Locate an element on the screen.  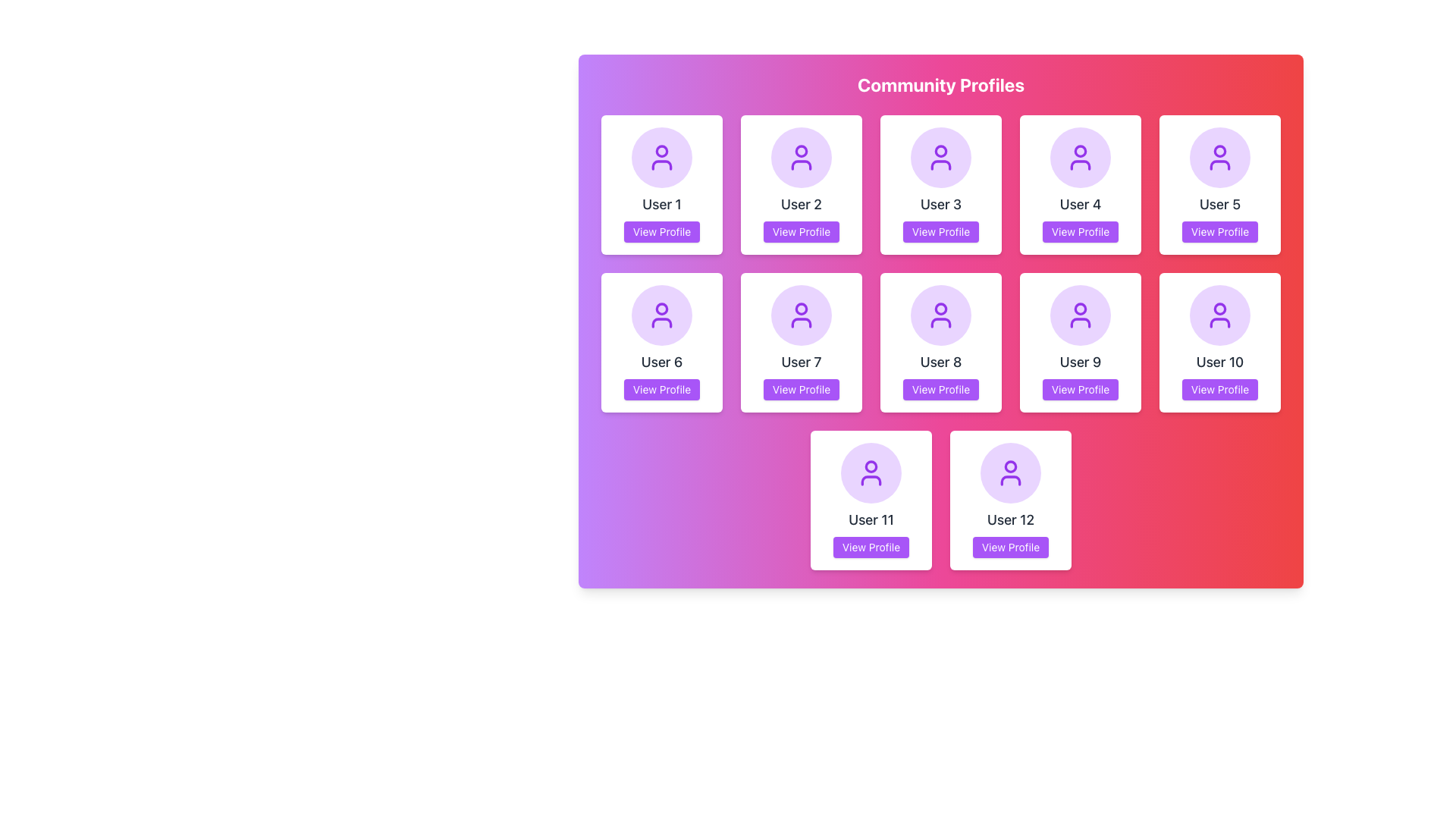
the circular icon with a purple background and a user icon, located in the top-right corner of the 'User 10' card under the 'Community Profiles' header is located at coordinates (1219, 315).